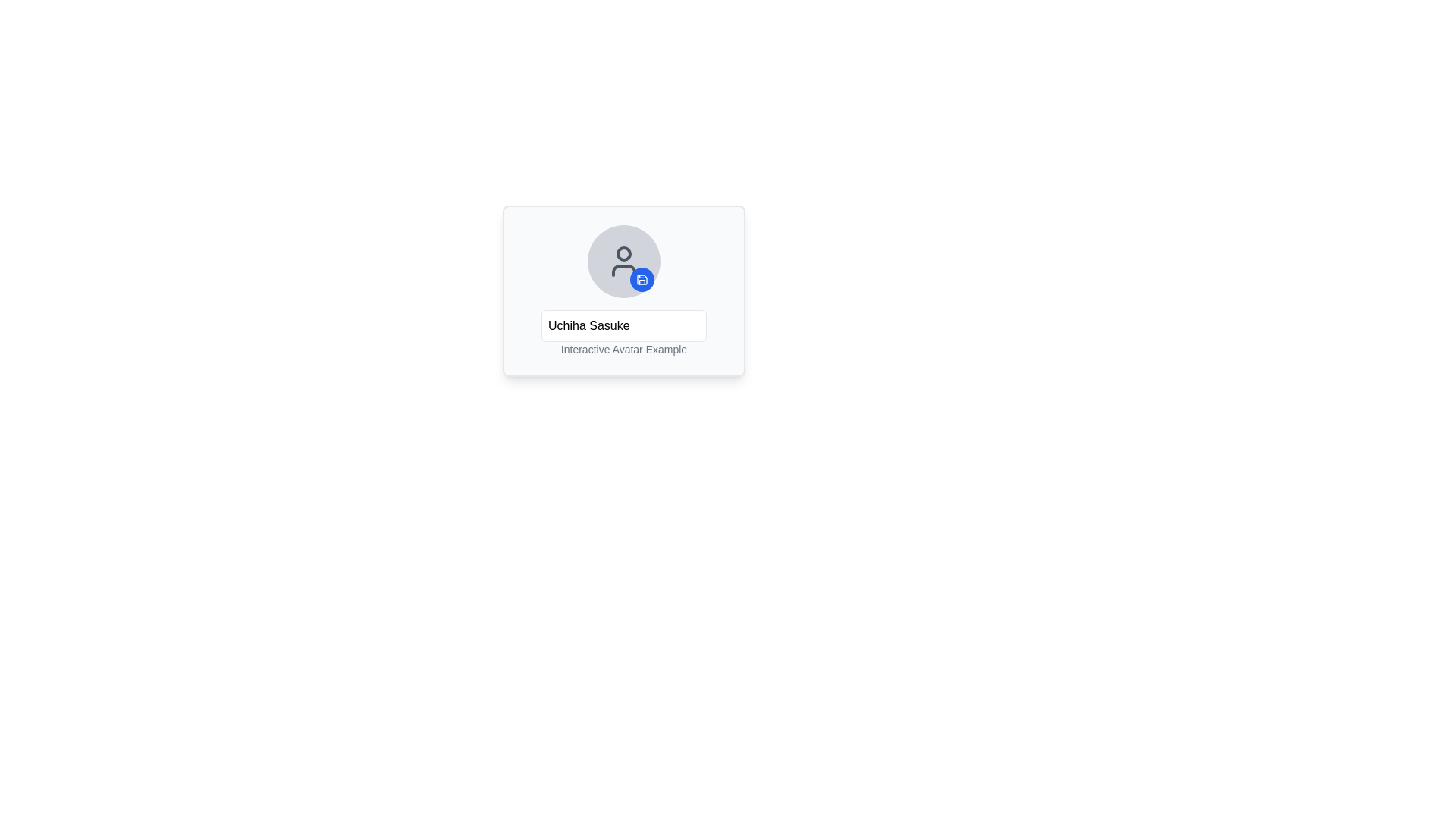  Describe the element at coordinates (642, 280) in the screenshot. I see `the save button located at the bottom-right corner of the avatar image` at that location.